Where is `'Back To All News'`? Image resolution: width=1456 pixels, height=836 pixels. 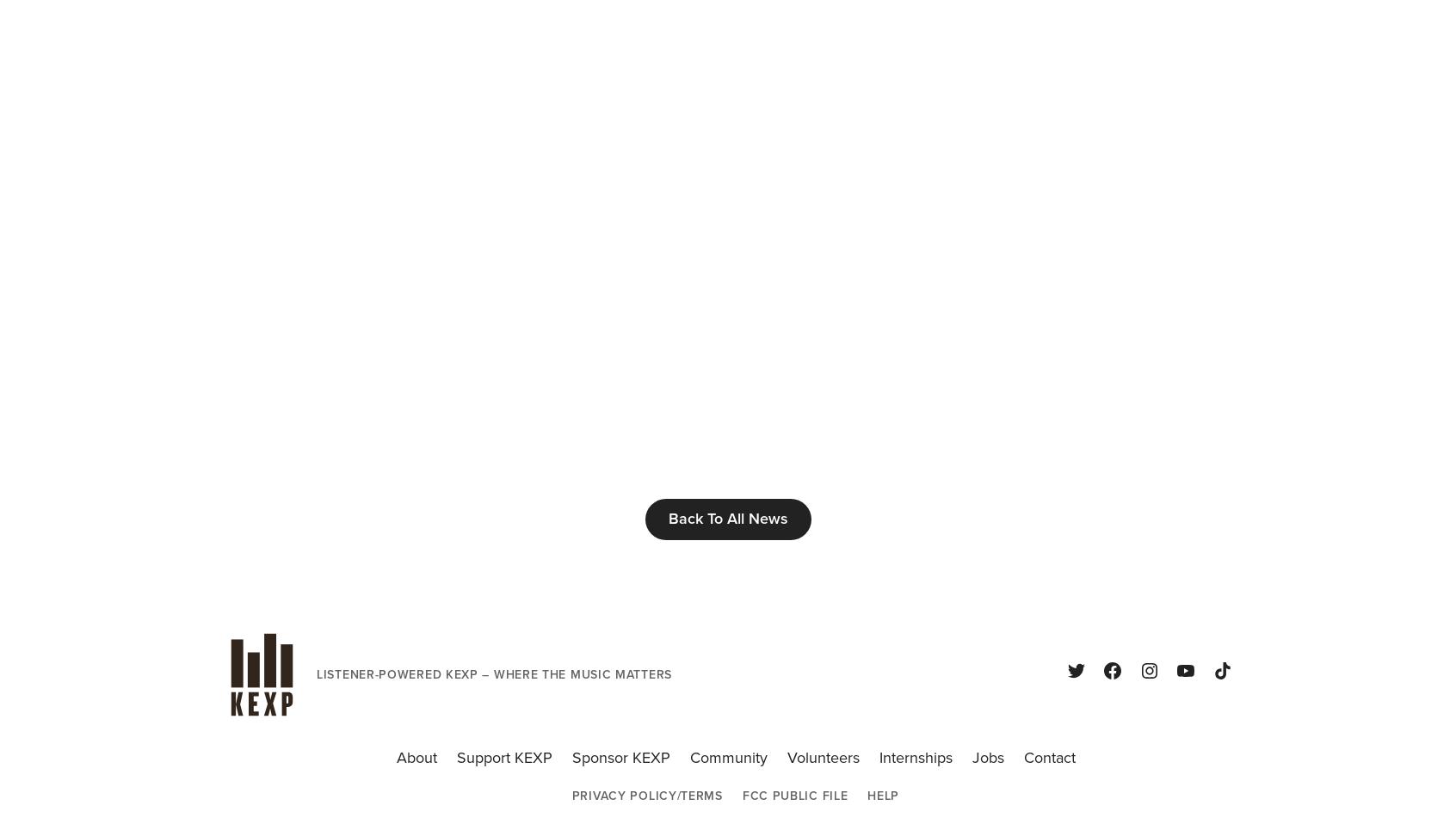 'Back To All News' is located at coordinates (727, 518).